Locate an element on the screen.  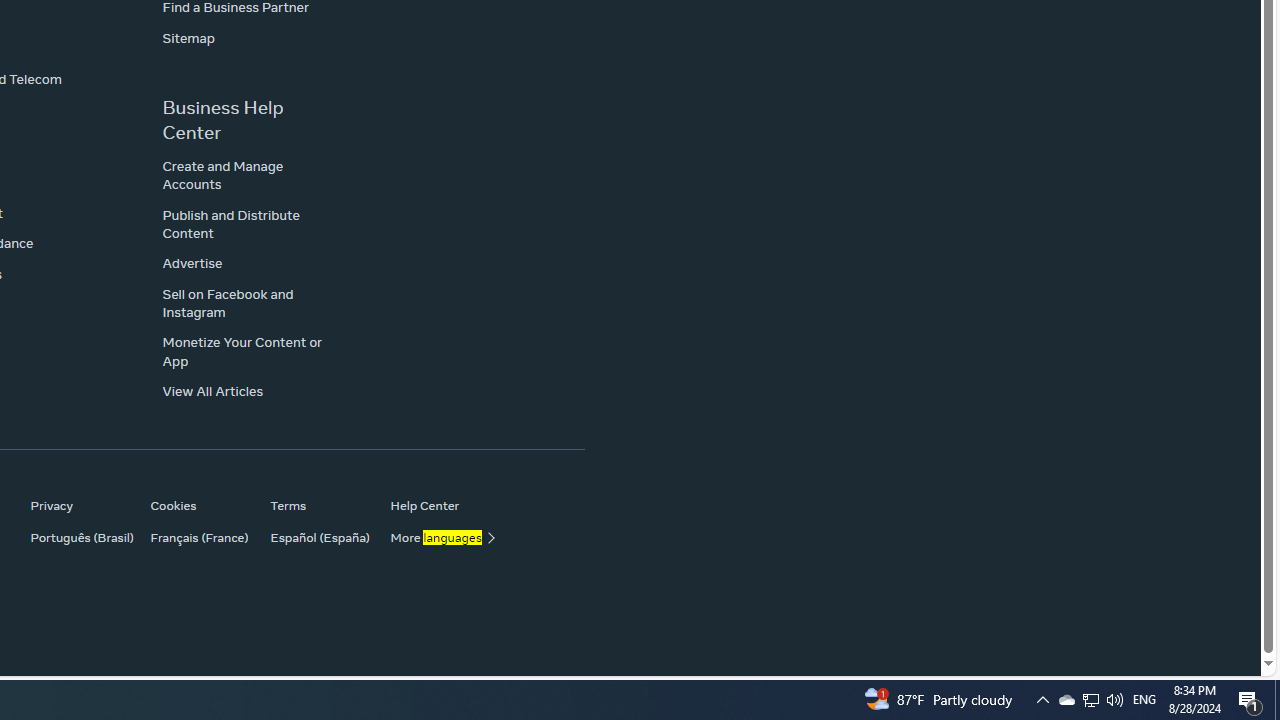
'More languages' is located at coordinates (439, 536).